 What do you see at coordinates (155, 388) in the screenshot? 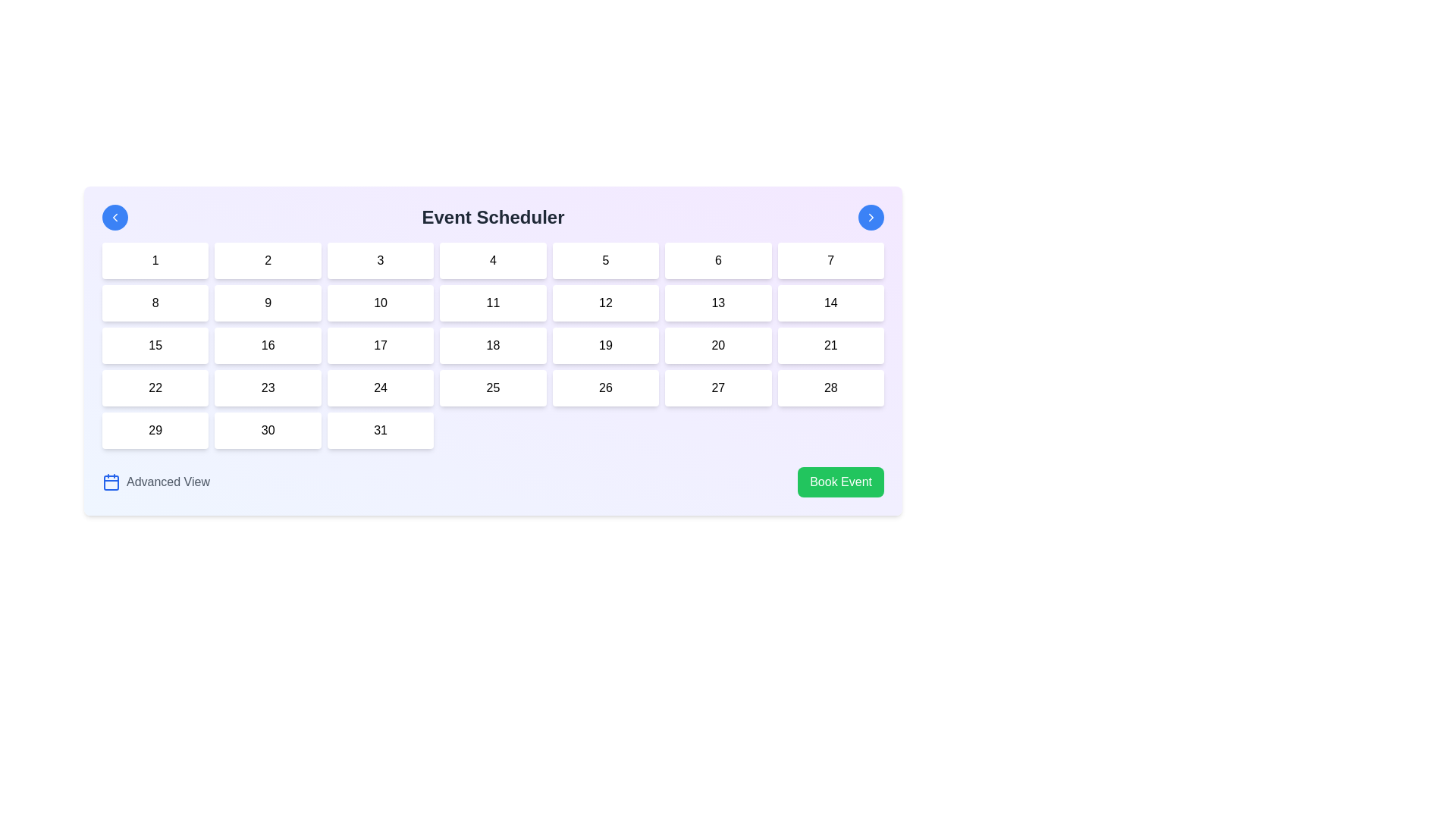
I see `the button located in the fourth row, first column of the calendar grid` at bounding box center [155, 388].